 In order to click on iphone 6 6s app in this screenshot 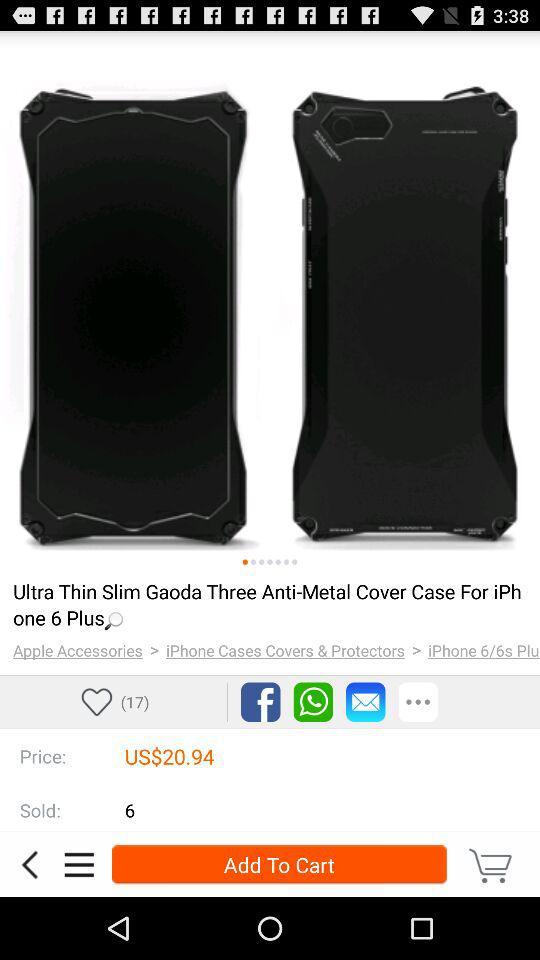, I will do `click(483, 649)`.